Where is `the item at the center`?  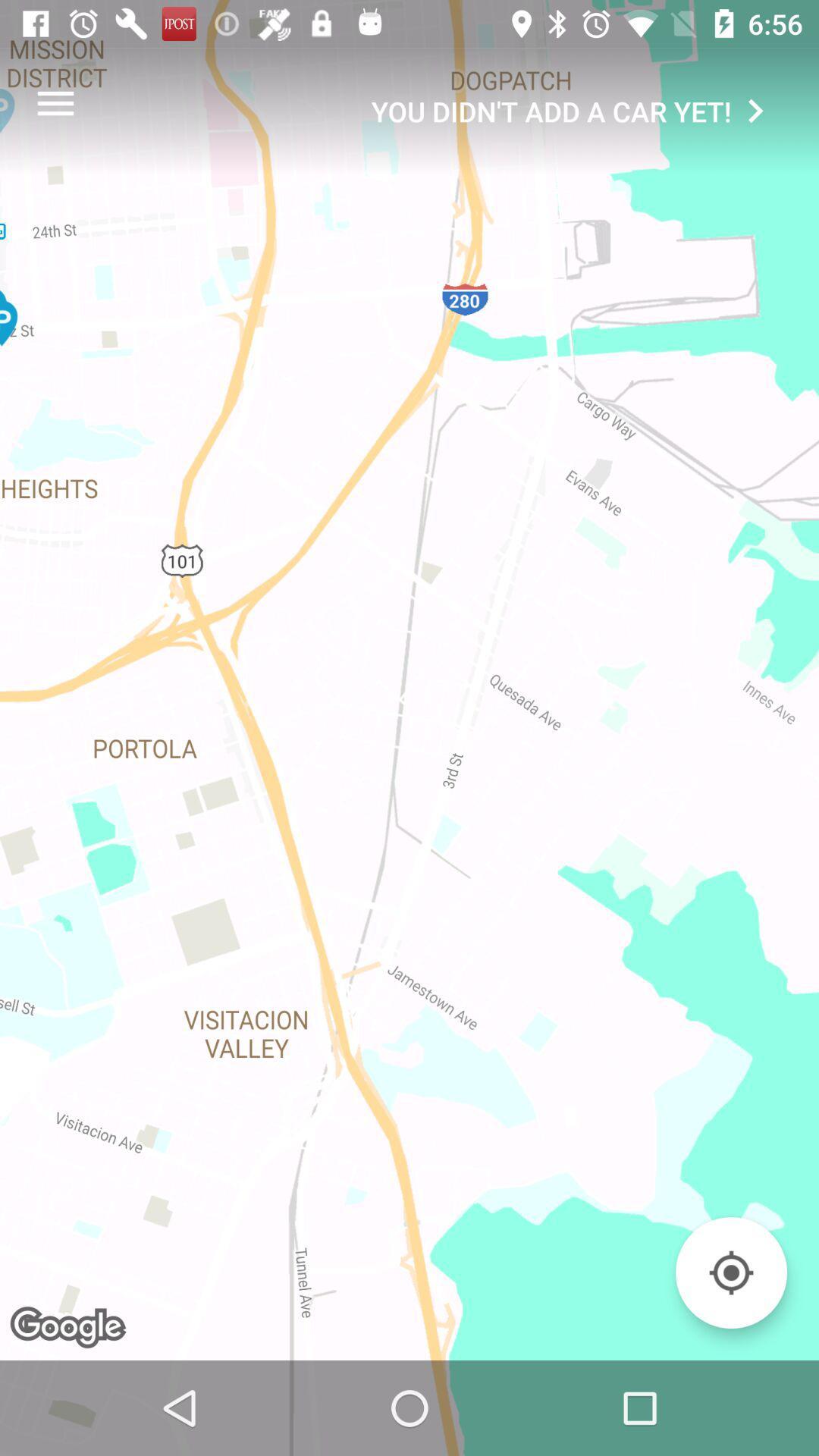
the item at the center is located at coordinates (409, 728).